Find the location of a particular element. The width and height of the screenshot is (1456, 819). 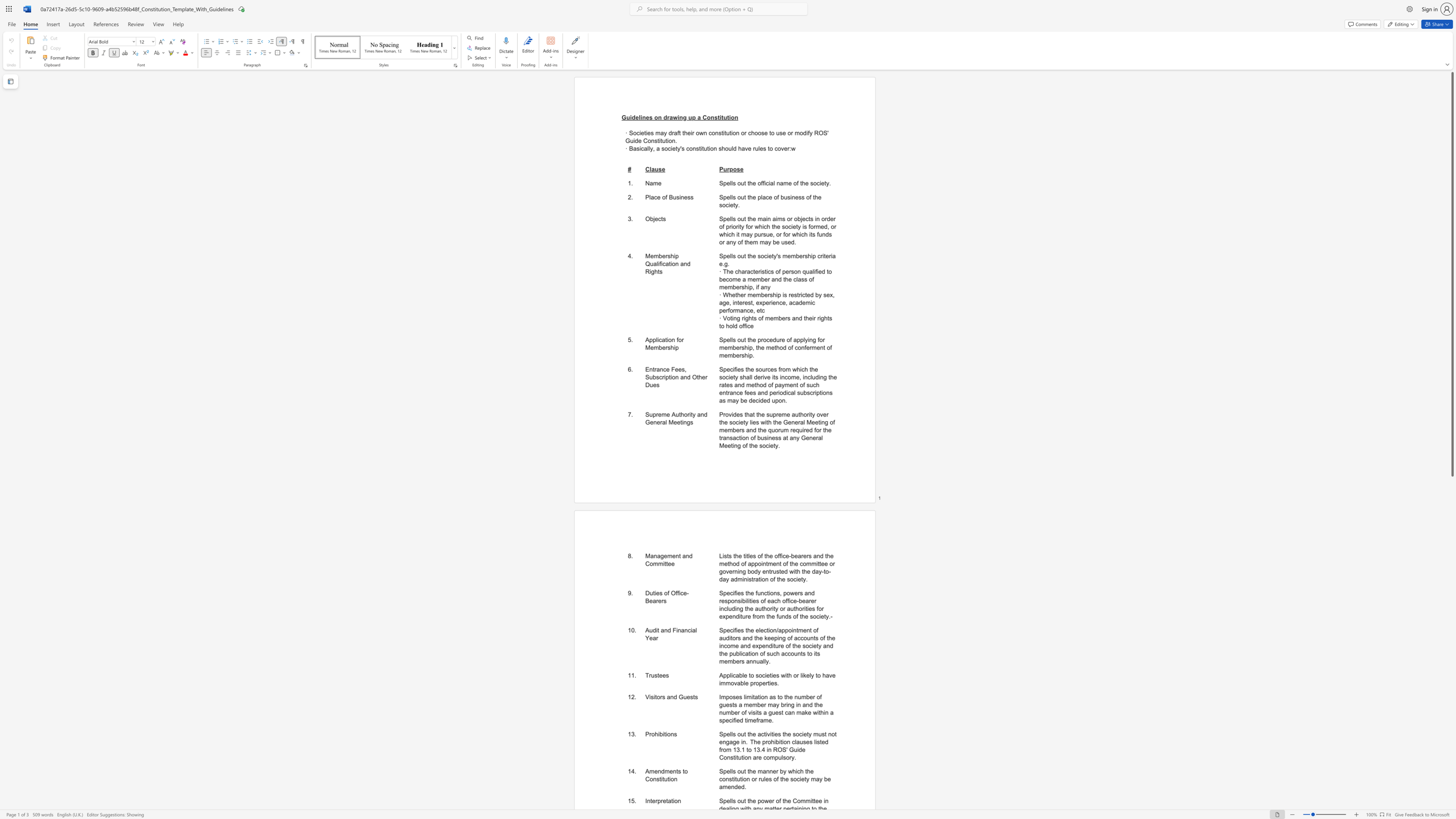

the scrollbar on the right to move the page downward is located at coordinates (1451, 568).